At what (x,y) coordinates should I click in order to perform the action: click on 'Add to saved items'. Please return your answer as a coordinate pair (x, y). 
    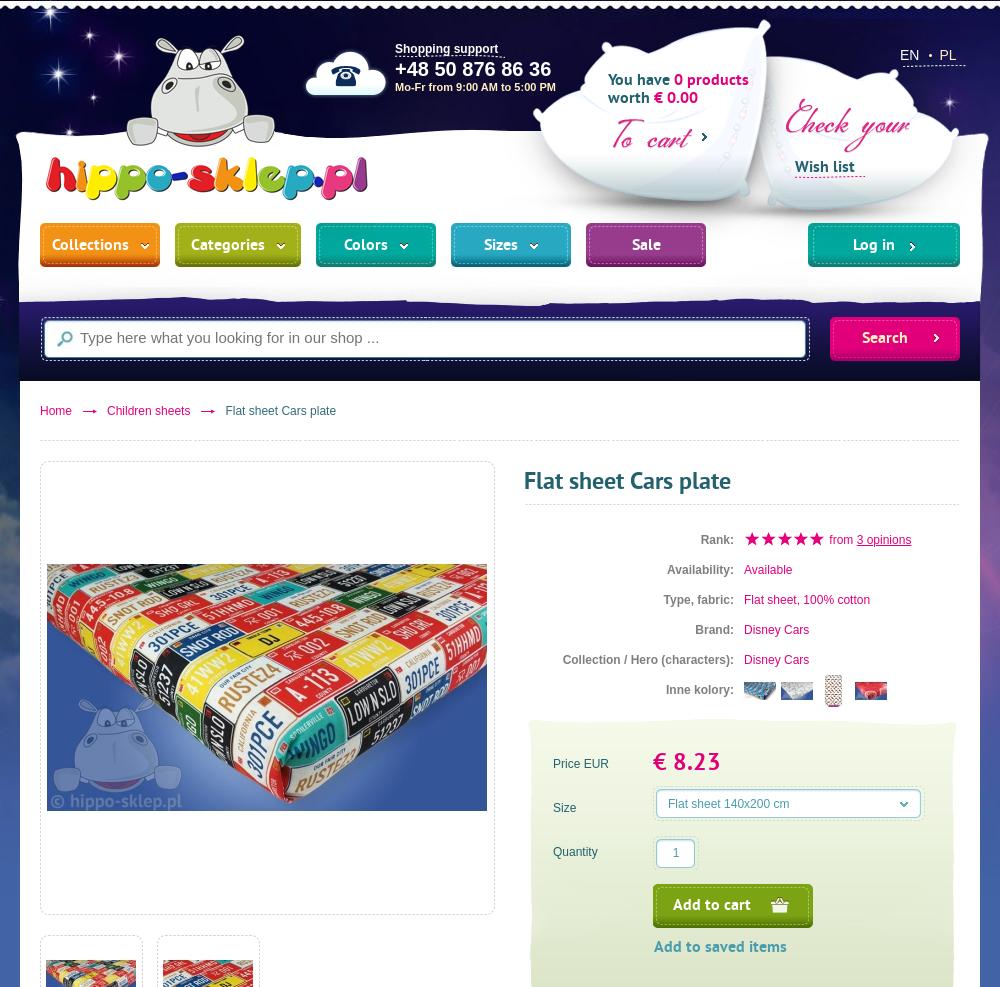
    Looking at the image, I should click on (719, 948).